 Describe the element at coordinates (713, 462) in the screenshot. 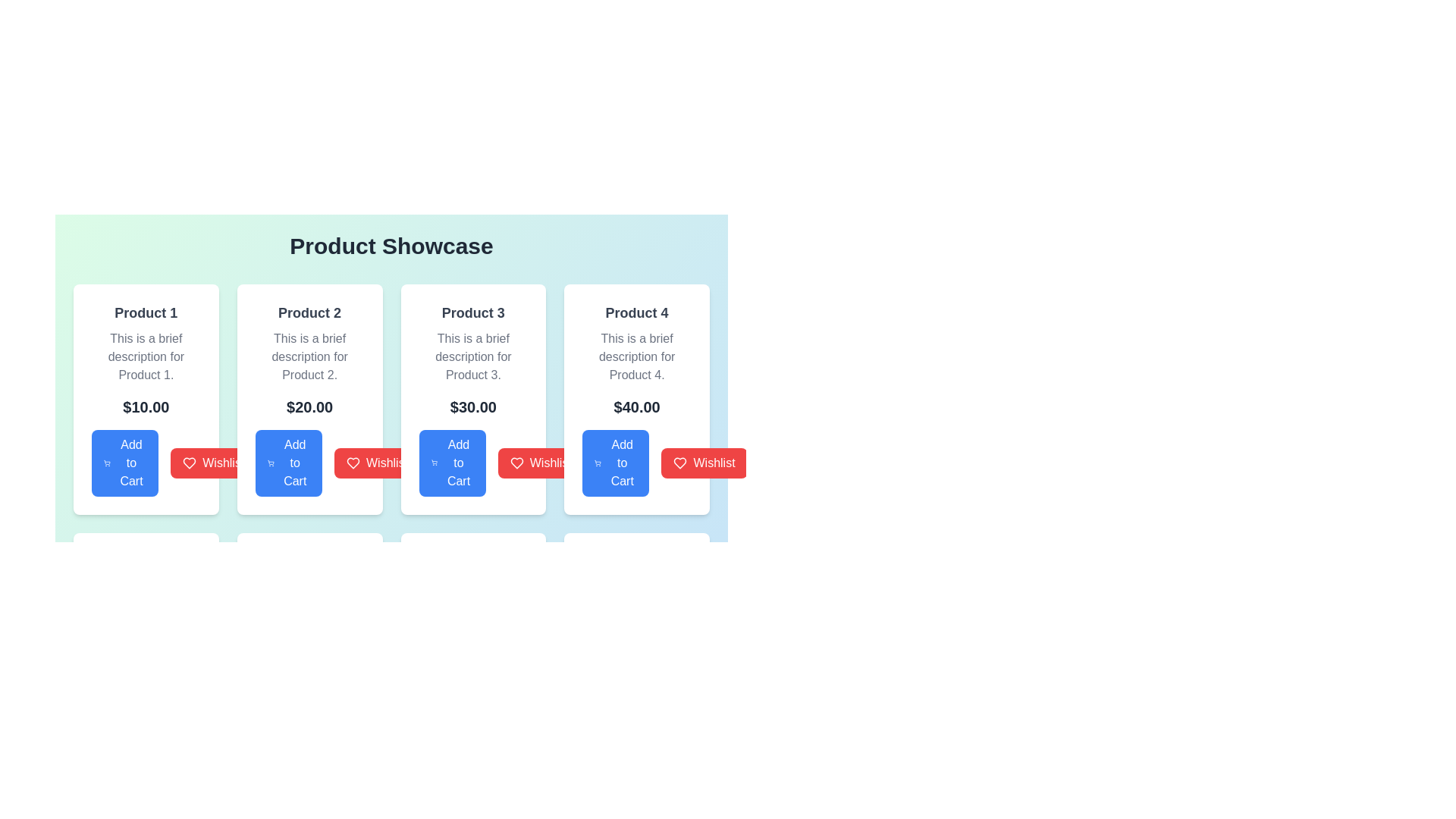

I see `'Wishlist' text label, which is styled with a red background and white text, located alongside a heart icon within the button under the 'Product 4' card in the 'Product Showcase' section` at that location.